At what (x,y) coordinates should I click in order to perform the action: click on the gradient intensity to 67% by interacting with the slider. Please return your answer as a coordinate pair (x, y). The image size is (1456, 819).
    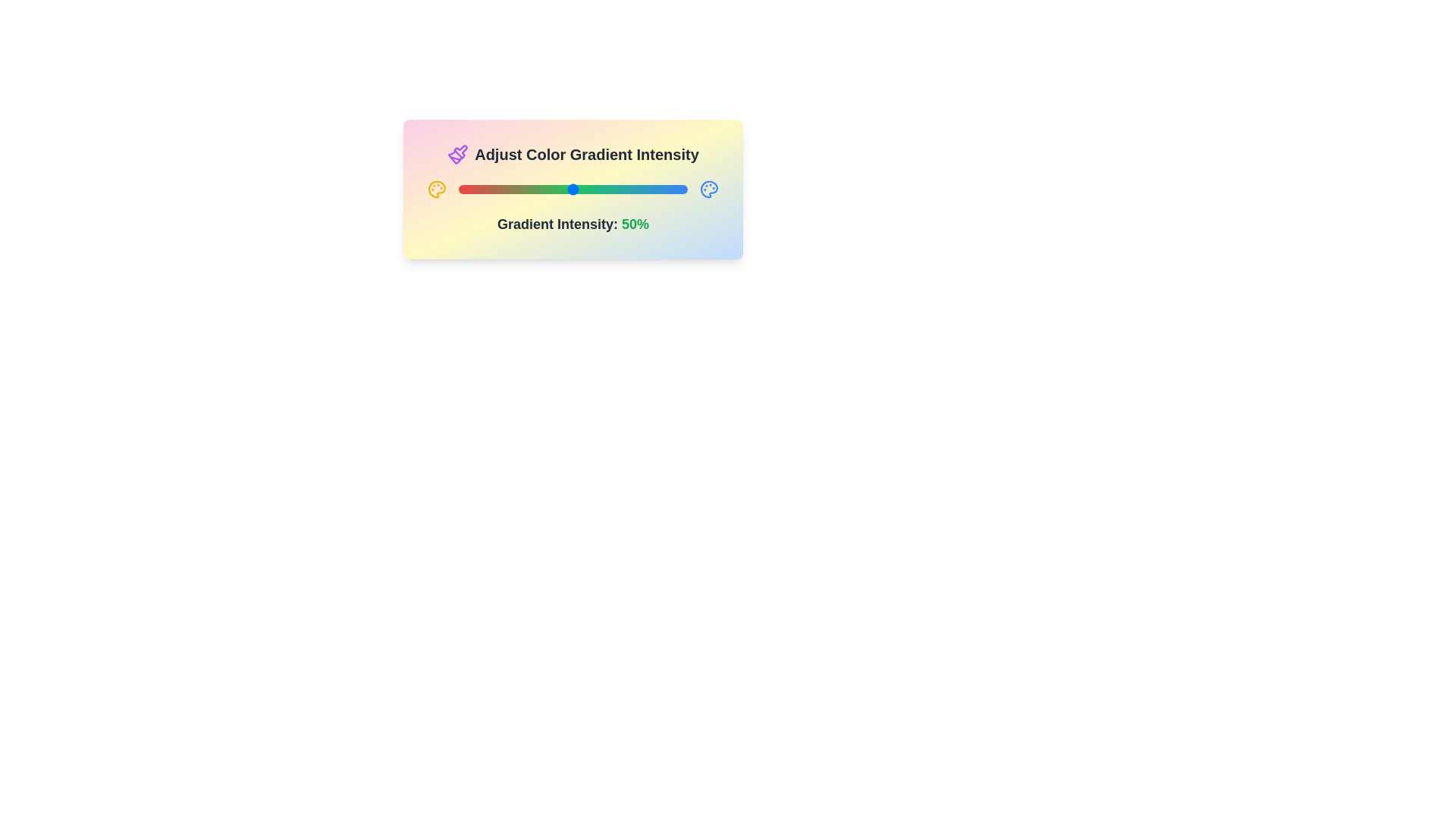
    Looking at the image, I should click on (612, 189).